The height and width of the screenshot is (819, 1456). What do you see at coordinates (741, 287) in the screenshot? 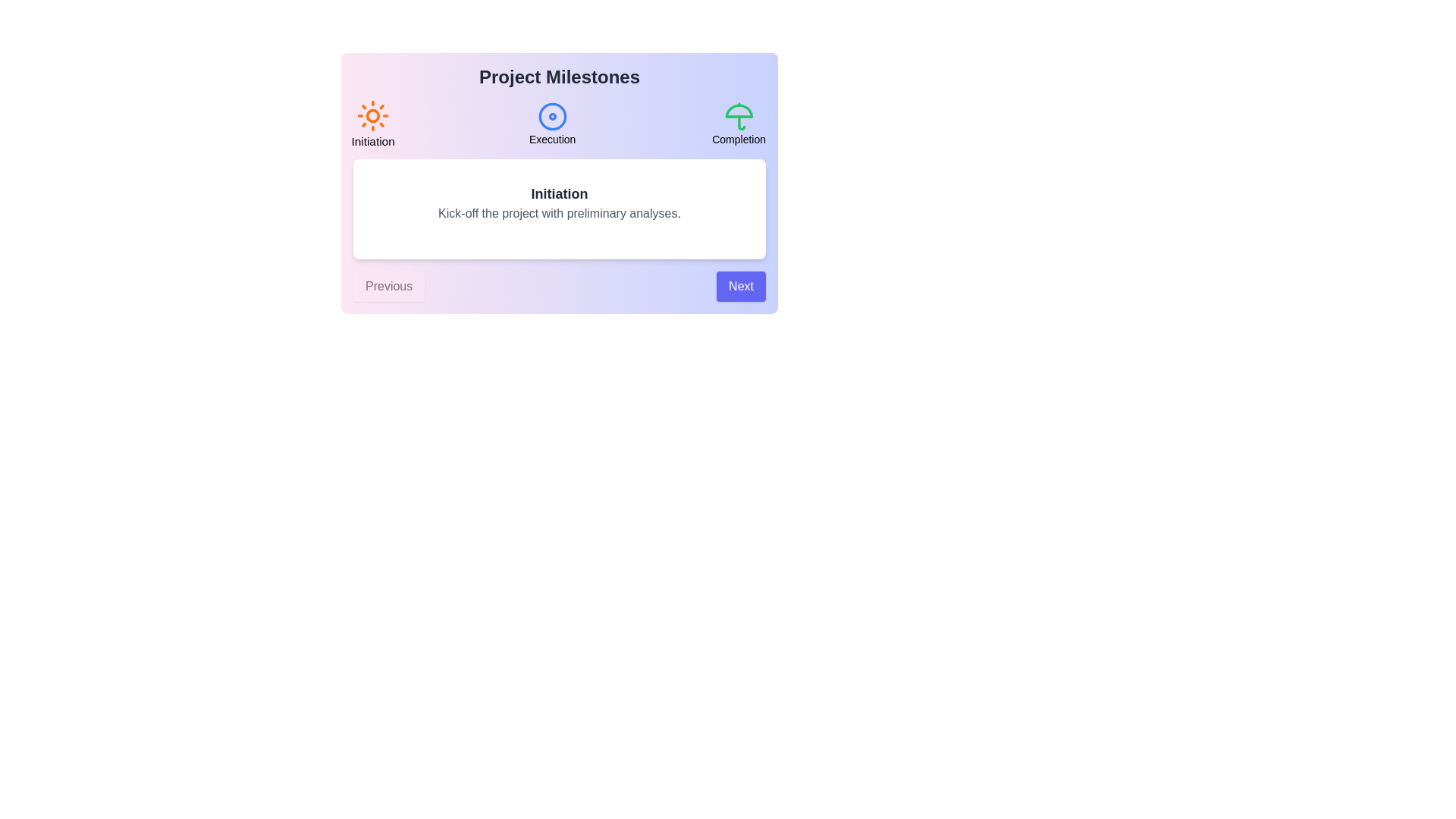
I see `the 'Next' button to navigate to the next step` at bounding box center [741, 287].